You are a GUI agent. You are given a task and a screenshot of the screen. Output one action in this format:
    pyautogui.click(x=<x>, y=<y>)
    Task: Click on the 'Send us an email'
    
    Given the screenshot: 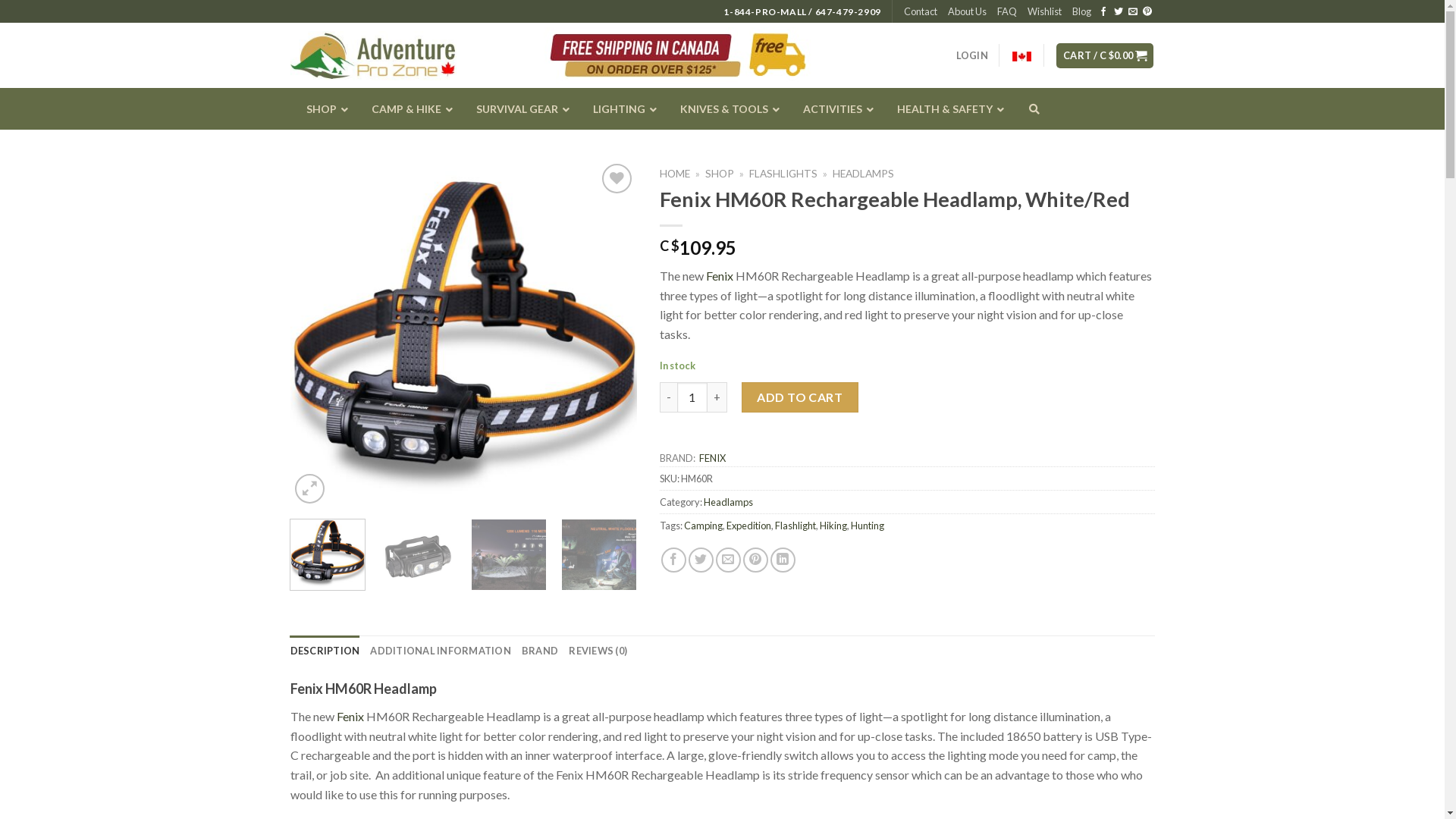 What is the action you would take?
    pyautogui.click(x=1132, y=11)
    